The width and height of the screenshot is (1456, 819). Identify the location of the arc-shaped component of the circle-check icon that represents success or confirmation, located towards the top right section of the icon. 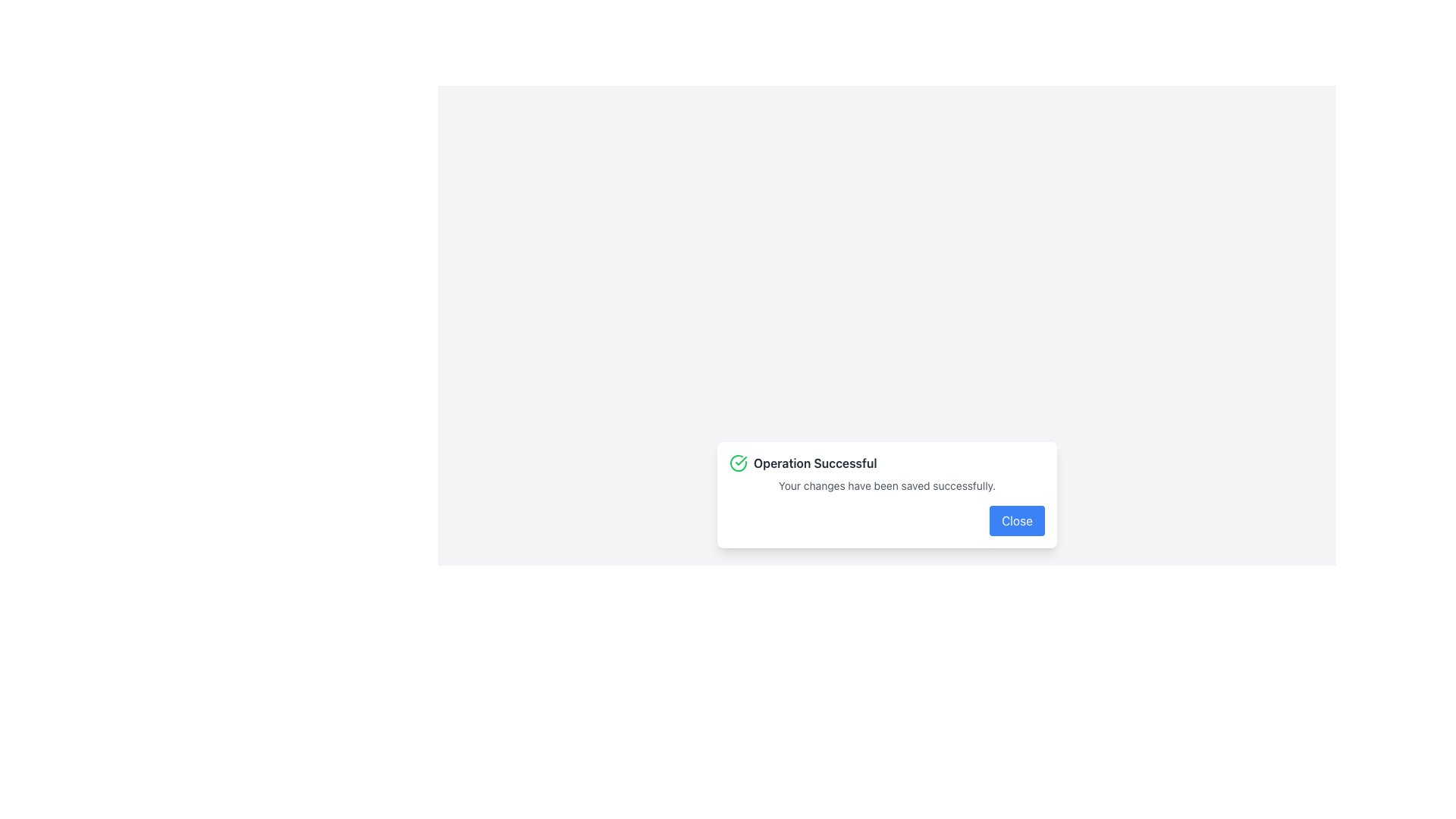
(739, 462).